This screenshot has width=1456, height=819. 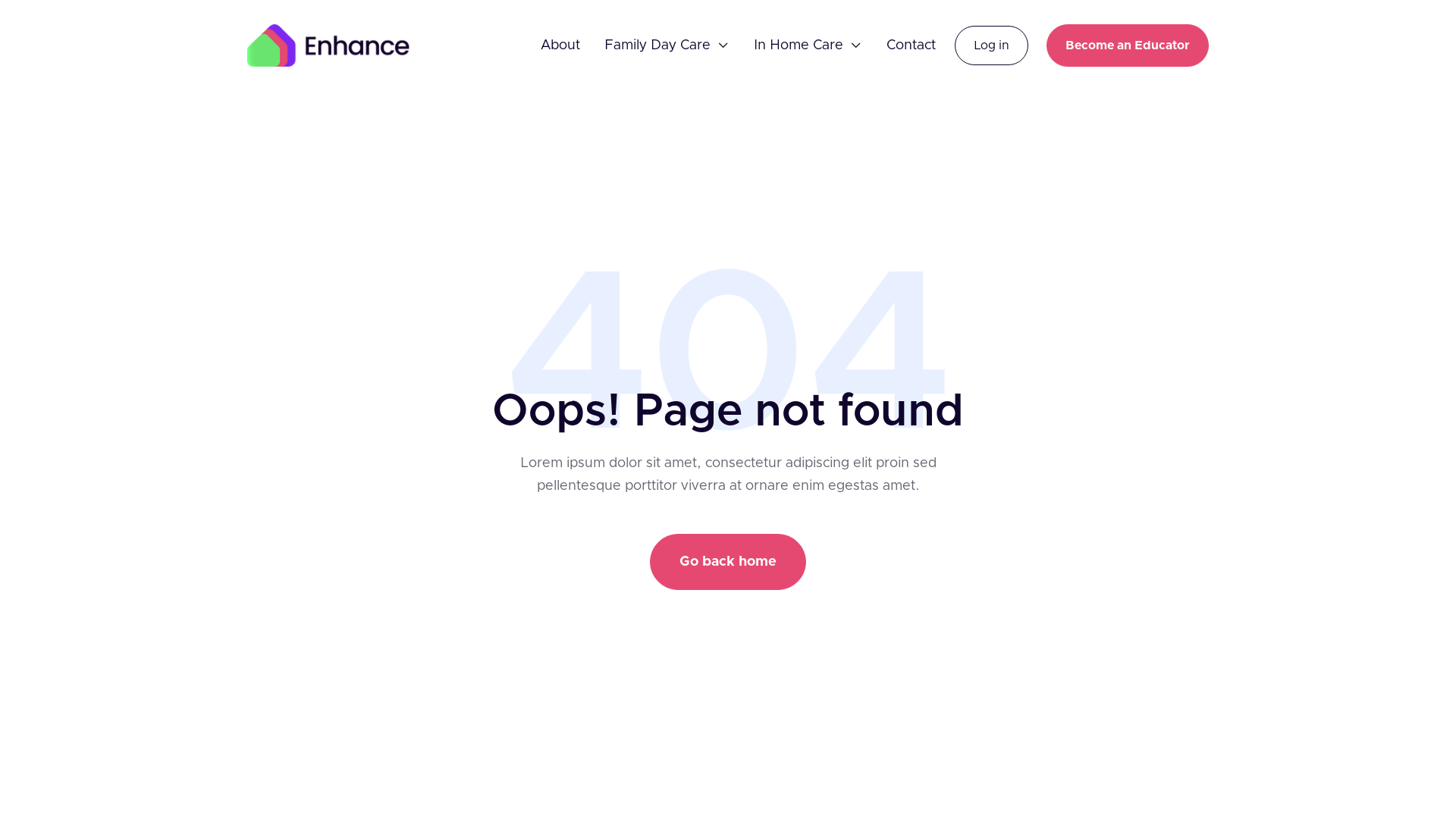 What do you see at coordinates (1128, 45) in the screenshot?
I see `'Become an Educator'` at bounding box center [1128, 45].